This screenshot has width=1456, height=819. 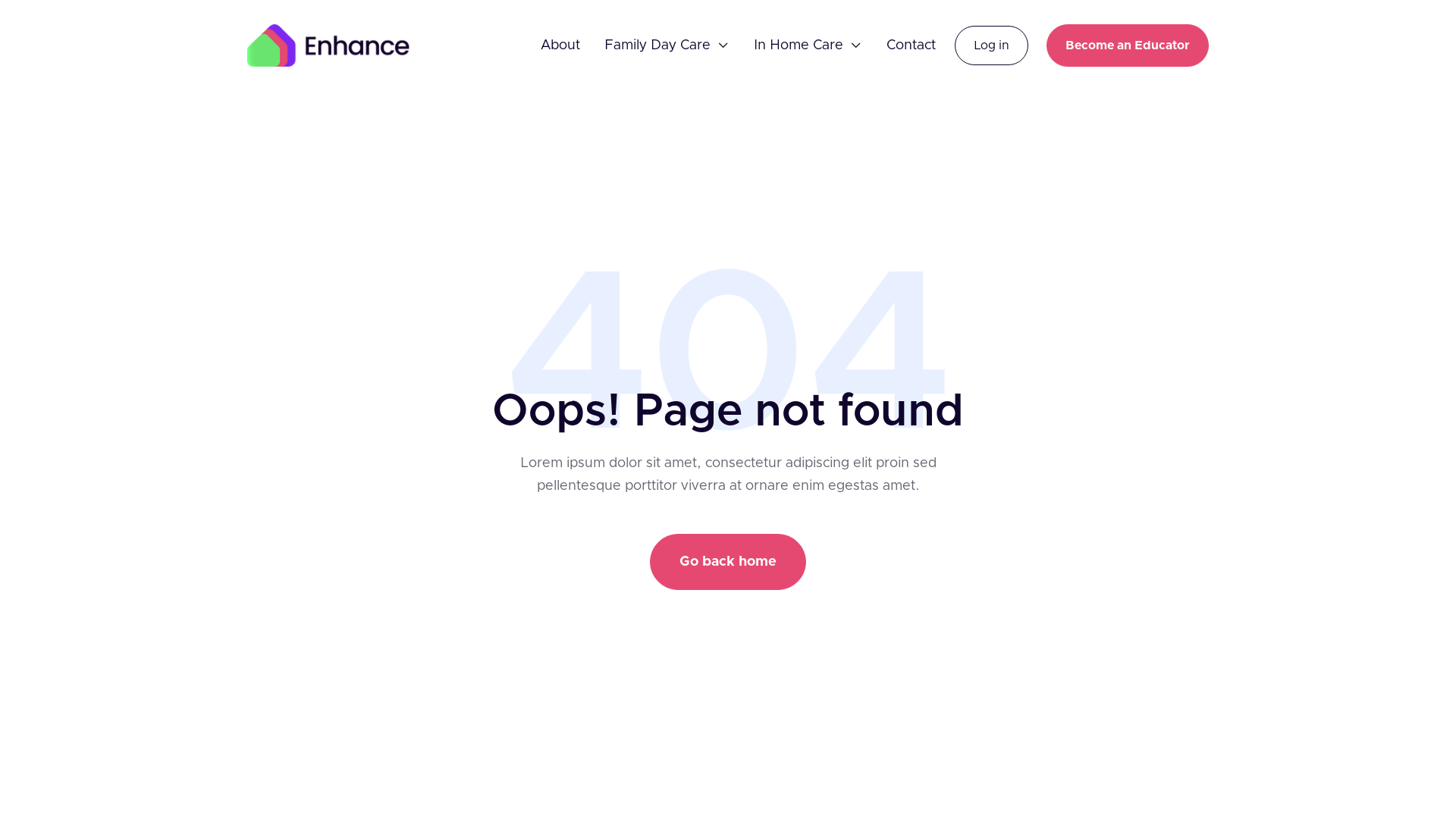 What do you see at coordinates (1128, 45) in the screenshot?
I see `'Become an Educator'` at bounding box center [1128, 45].